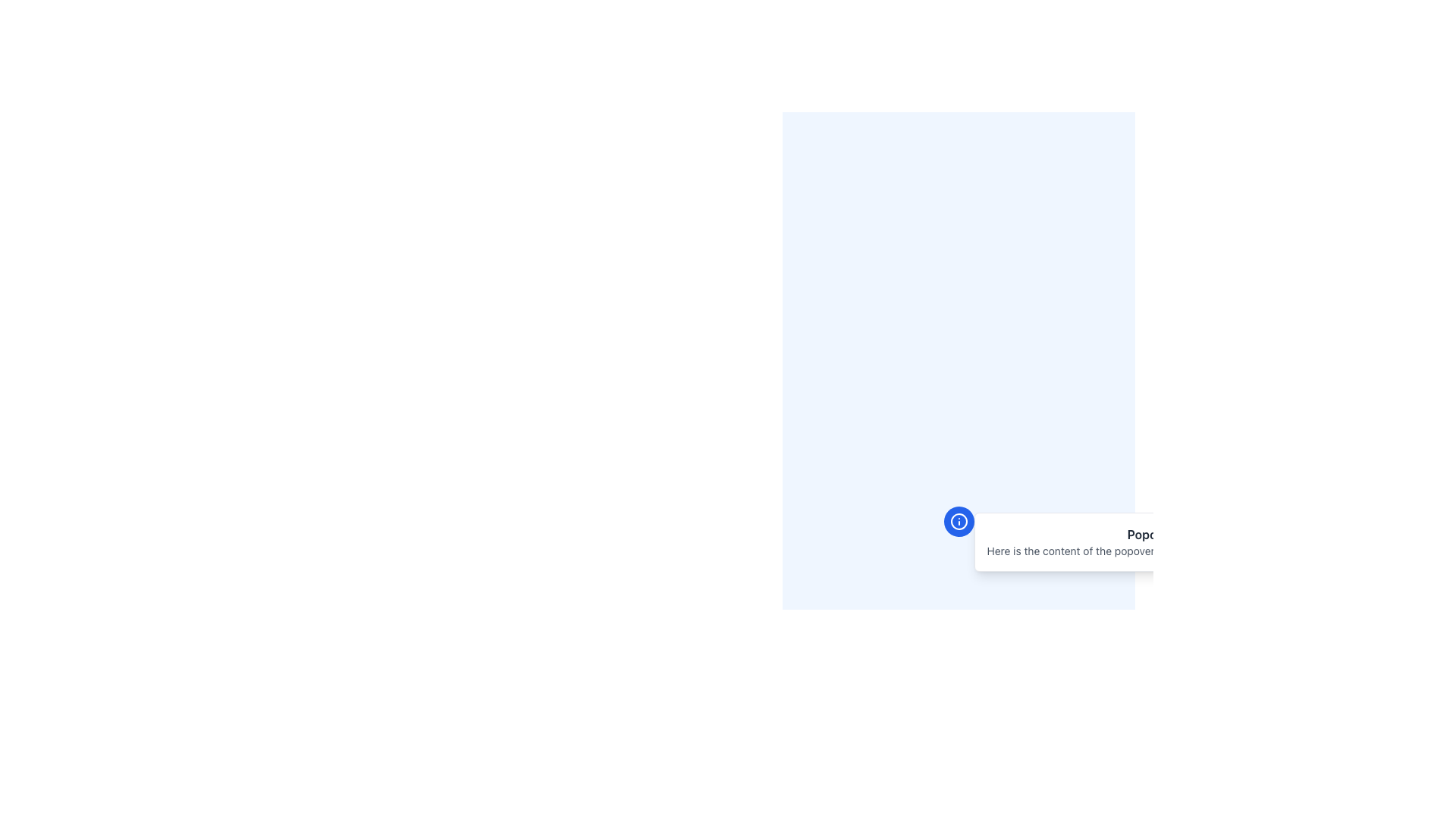  What do you see at coordinates (958, 520) in the screenshot?
I see `the circular icon with a blue background and white border, featuring an information symbol ('i') in white, located within the popover toggle button at the bottom-right region of the interface` at bounding box center [958, 520].